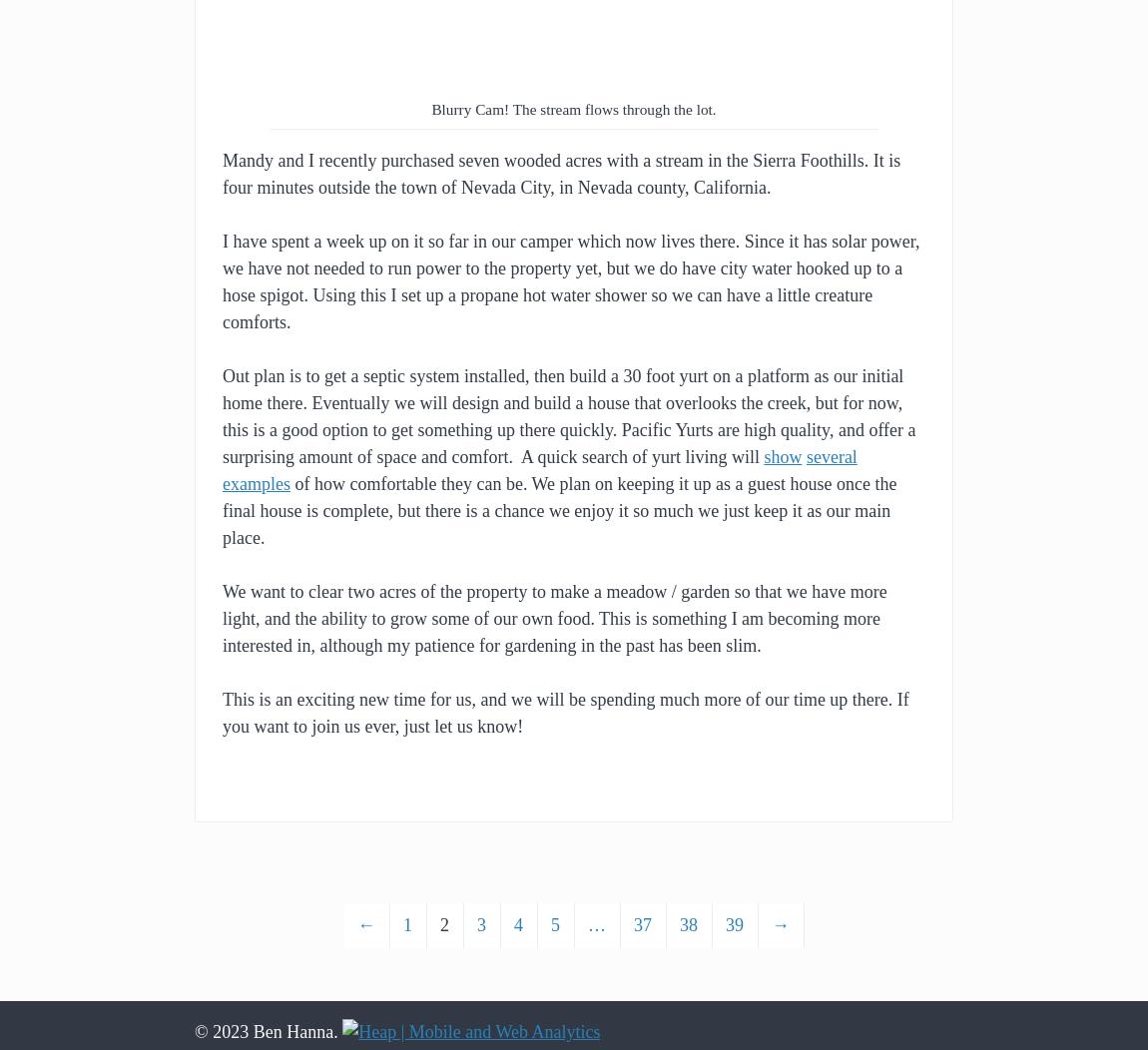  Describe the element at coordinates (431, 109) in the screenshot. I see `'Blurry Cam! The stream flows through the lot.'` at that location.